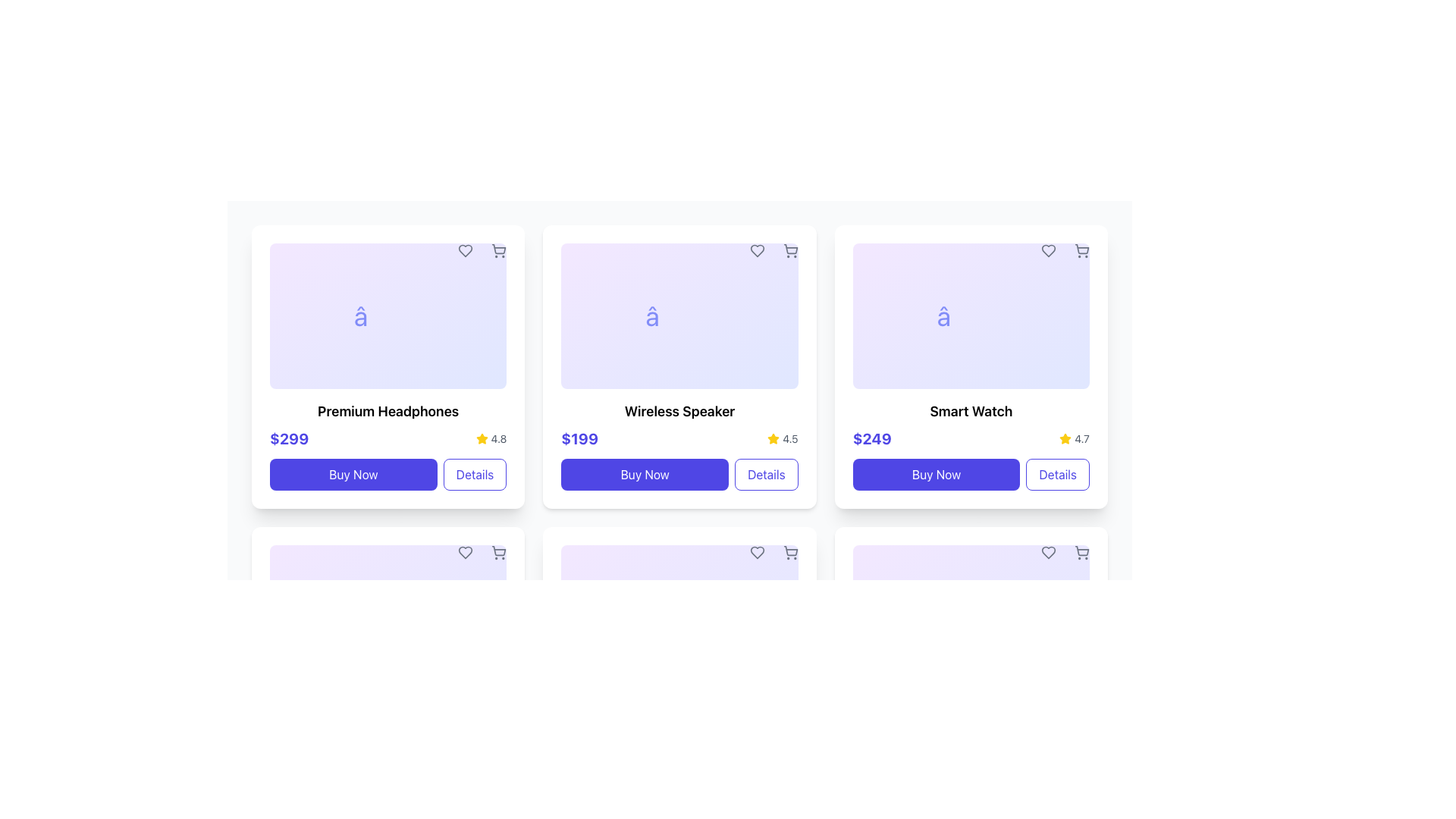  Describe the element at coordinates (1047, 250) in the screenshot. I see `the heart icon in the top-right corner of the 'Smart Watch' product card to favorite or unfavorite the item` at that location.